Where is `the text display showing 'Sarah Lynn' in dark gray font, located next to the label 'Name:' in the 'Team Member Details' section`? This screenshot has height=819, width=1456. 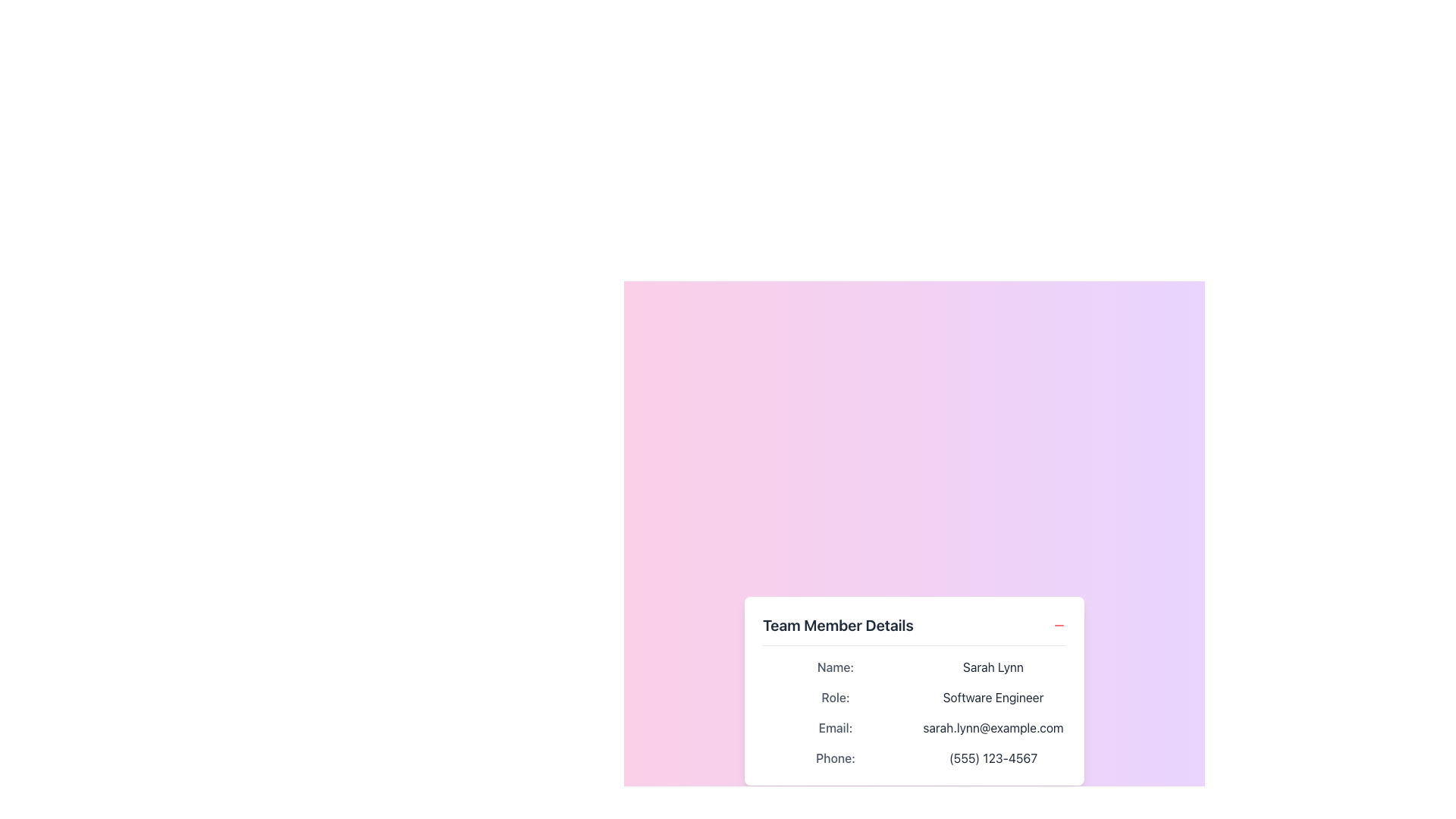
the text display showing 'Sarah Lynn' in dark gray font, located next to the label 'Name:' in the 'Team Member Details' section is located at coordinates (993, 666).